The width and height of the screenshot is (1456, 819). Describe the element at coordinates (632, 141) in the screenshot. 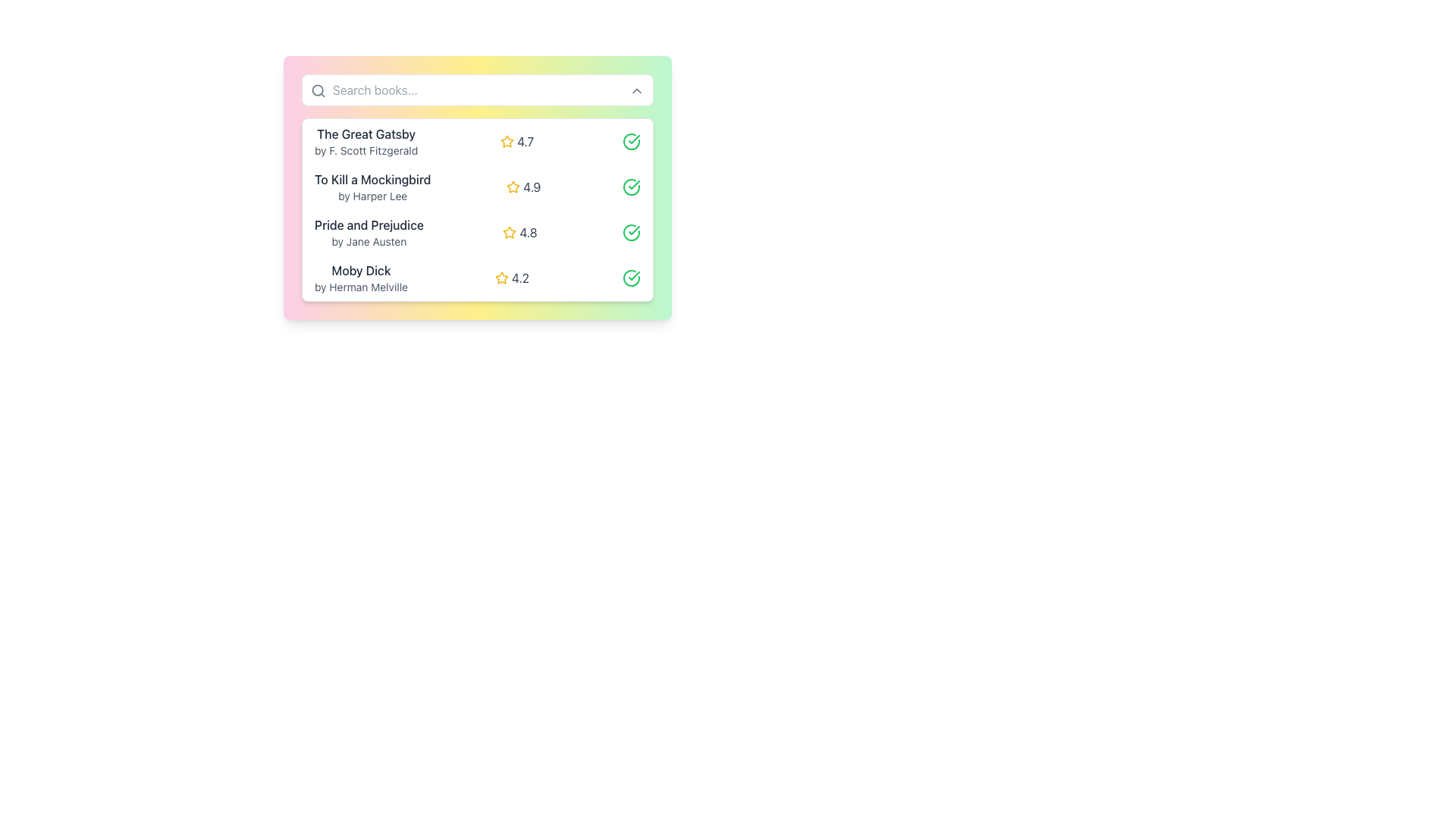

I see `the positive status icon located at the rightmost position in the row containing 'The Great Gatsby by F. Scott Fitzgerald' and the rating '4.7'` at that location.